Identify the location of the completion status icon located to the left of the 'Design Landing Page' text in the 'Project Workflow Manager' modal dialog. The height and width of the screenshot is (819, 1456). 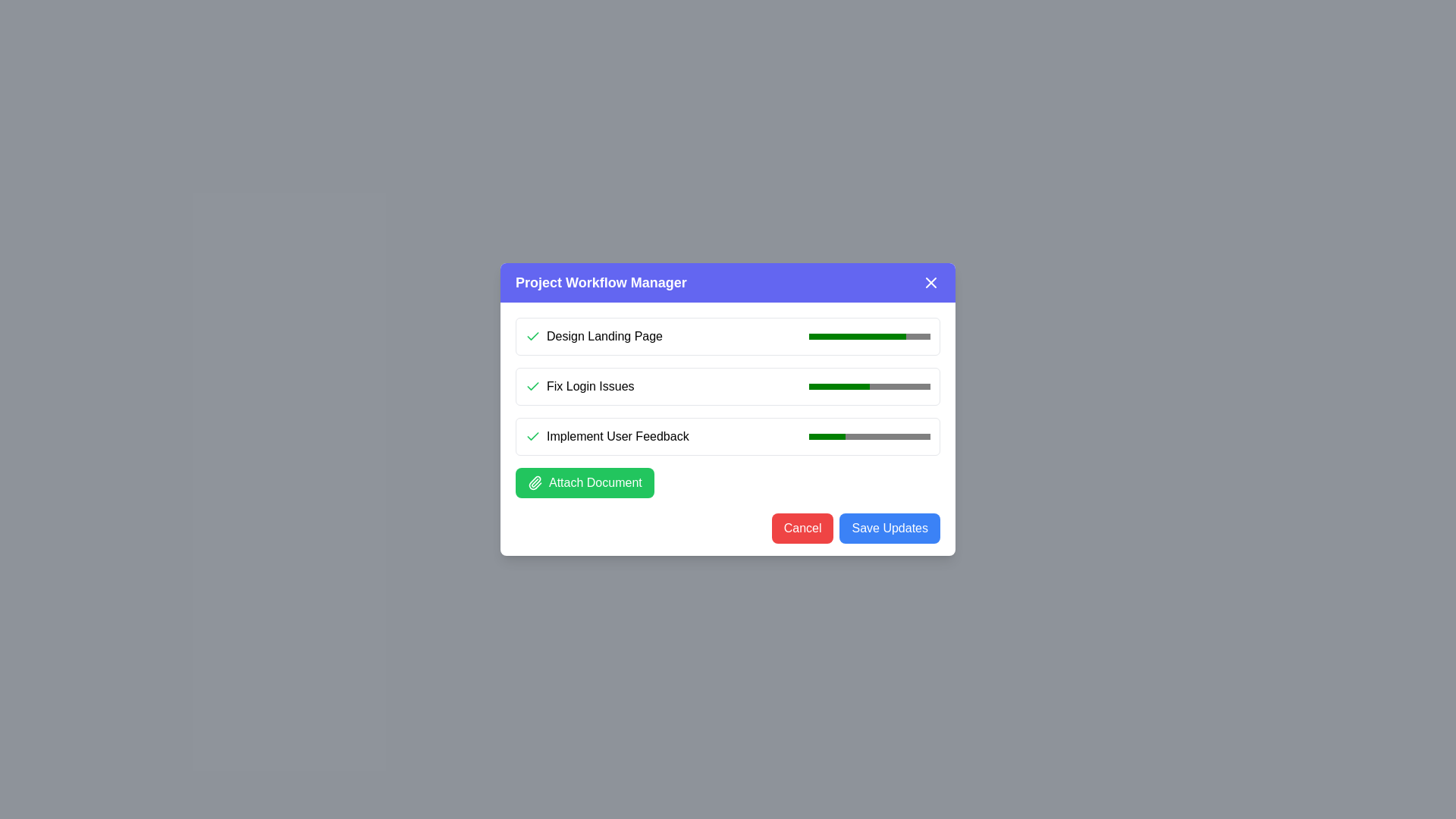
(532, 385).